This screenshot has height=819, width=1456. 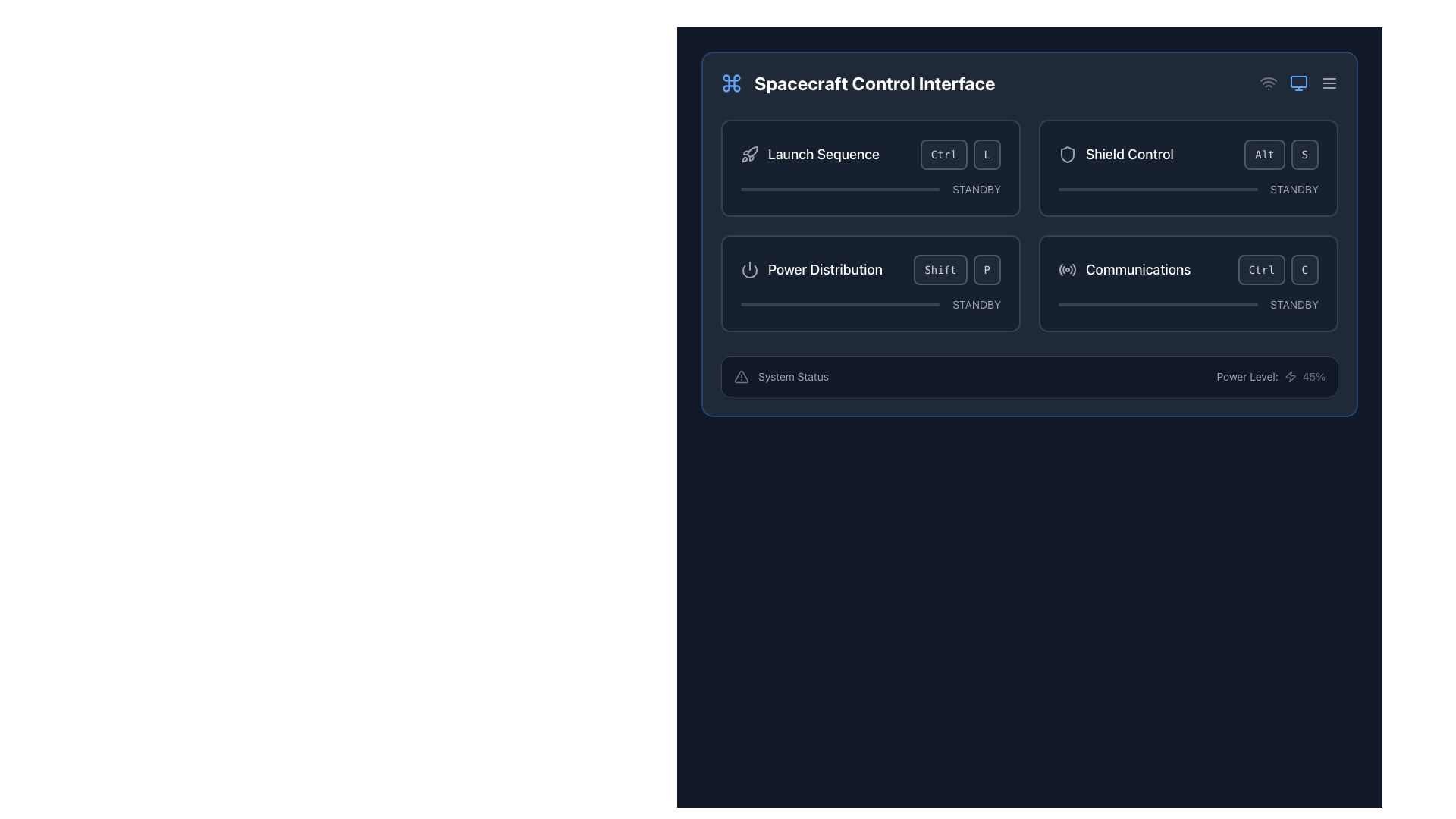 What do you see at coordinates (1118, 189) in the screenshot?
I see `the shield control` at bounding box center [1118, 189].